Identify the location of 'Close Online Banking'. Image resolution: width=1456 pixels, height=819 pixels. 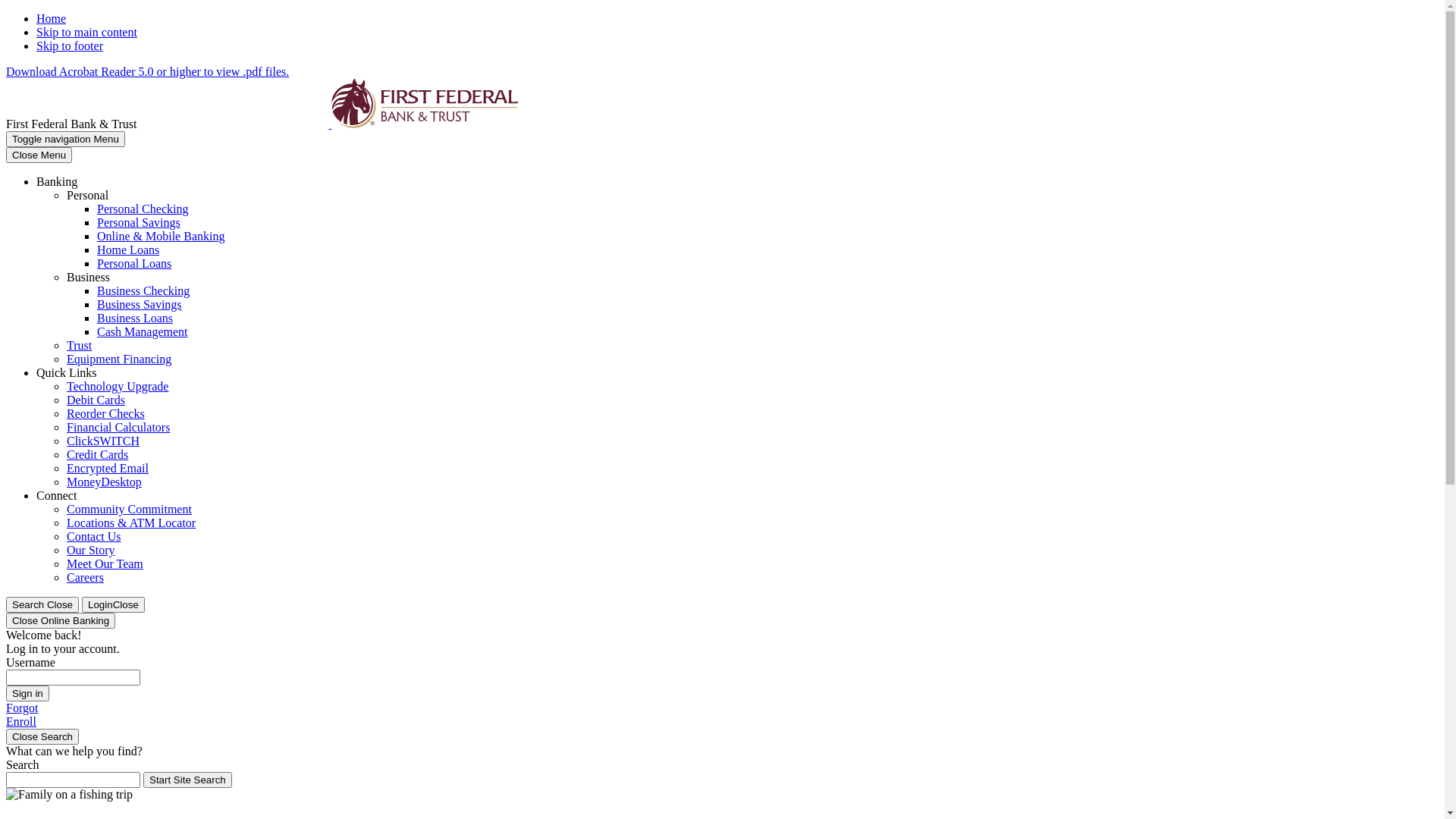
(61, 620).